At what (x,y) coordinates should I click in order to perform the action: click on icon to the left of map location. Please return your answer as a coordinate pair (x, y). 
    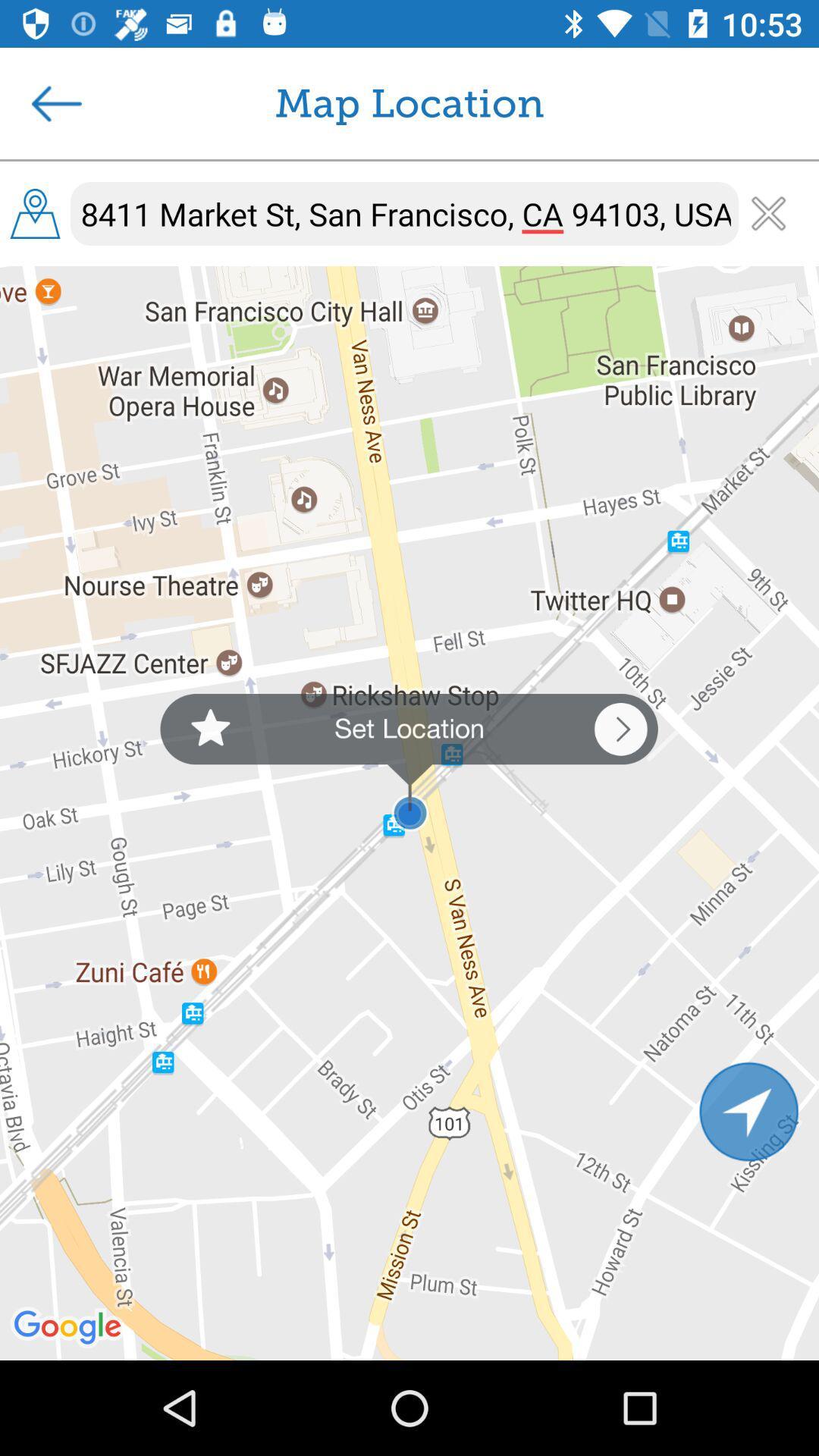
    Looking at the image, I should click on (55, 102).